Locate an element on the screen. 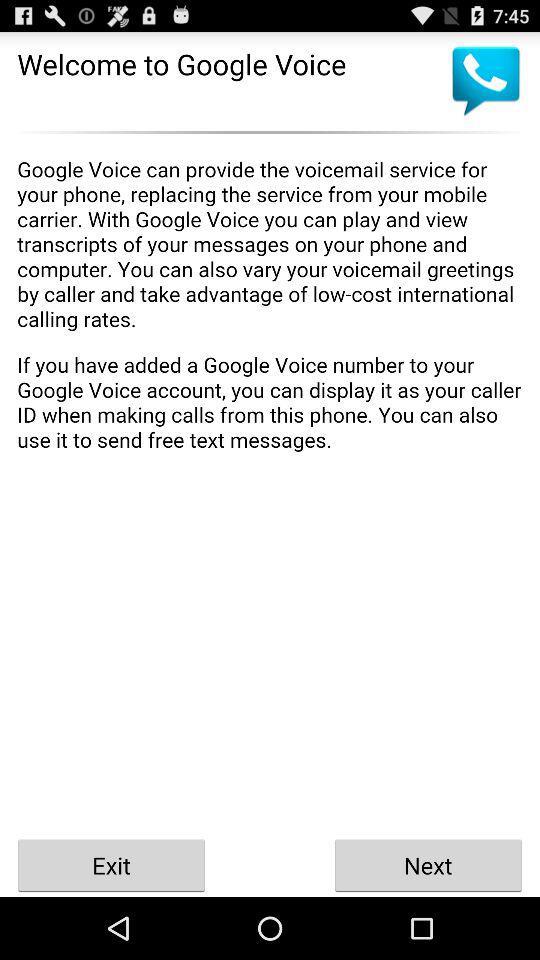 Image resolution: width=540 pixels, height=960 pixels. the icon at the center is located at coordinates (270, 486).